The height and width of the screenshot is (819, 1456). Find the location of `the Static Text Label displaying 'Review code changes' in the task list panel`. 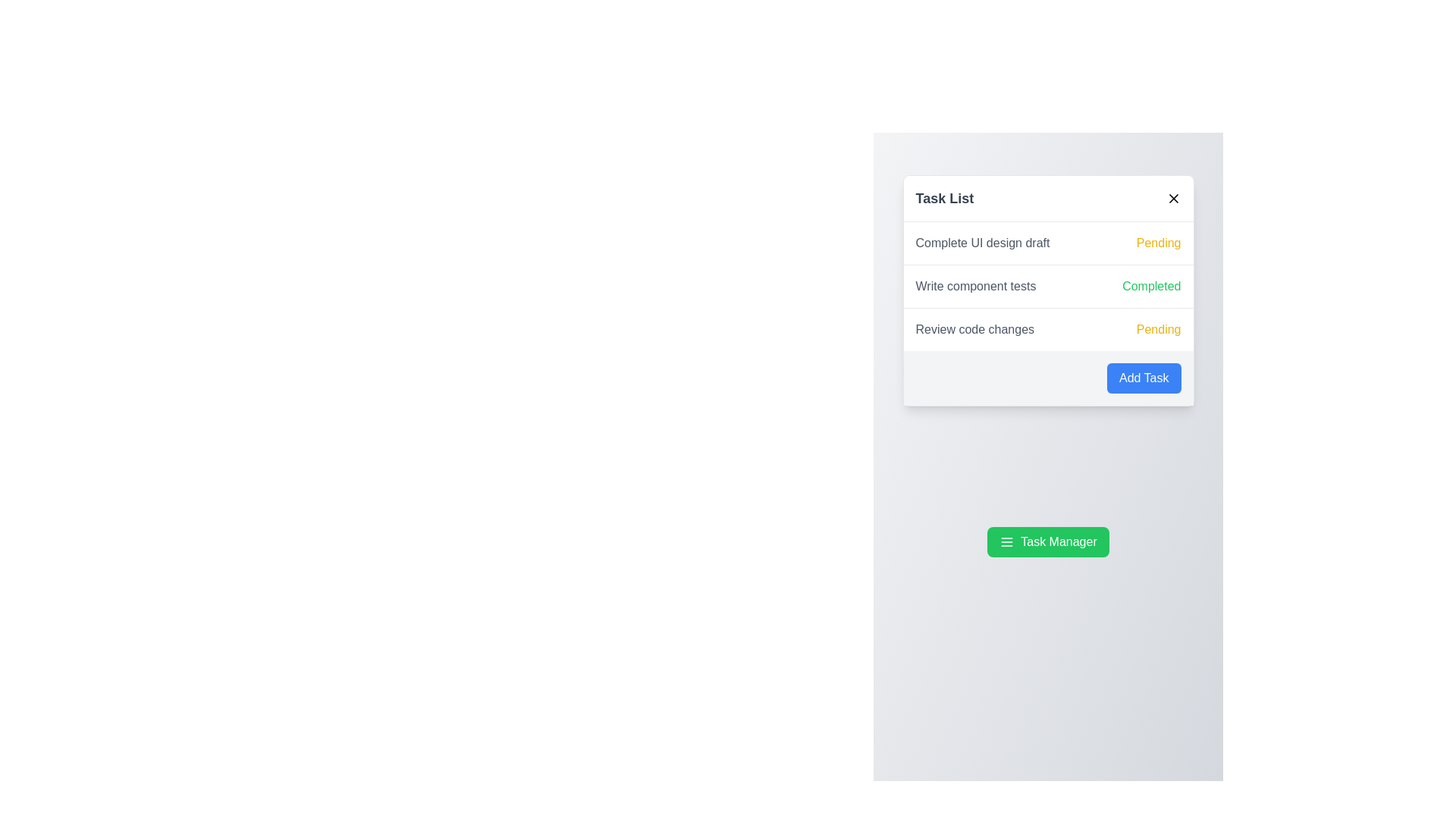

the Static Text Label displaying 'Review code changes' in the task list panel is located at coordinates (974, 329).